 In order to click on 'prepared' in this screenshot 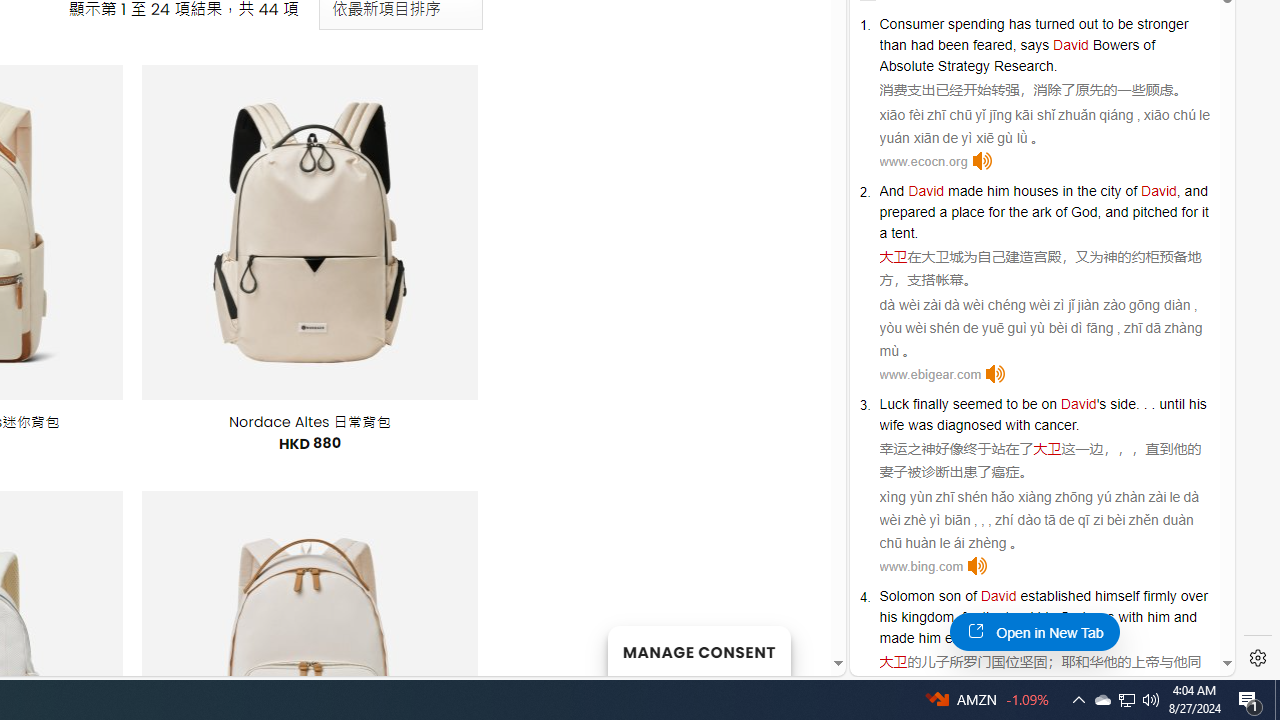, I will do `click(906, 212)`.